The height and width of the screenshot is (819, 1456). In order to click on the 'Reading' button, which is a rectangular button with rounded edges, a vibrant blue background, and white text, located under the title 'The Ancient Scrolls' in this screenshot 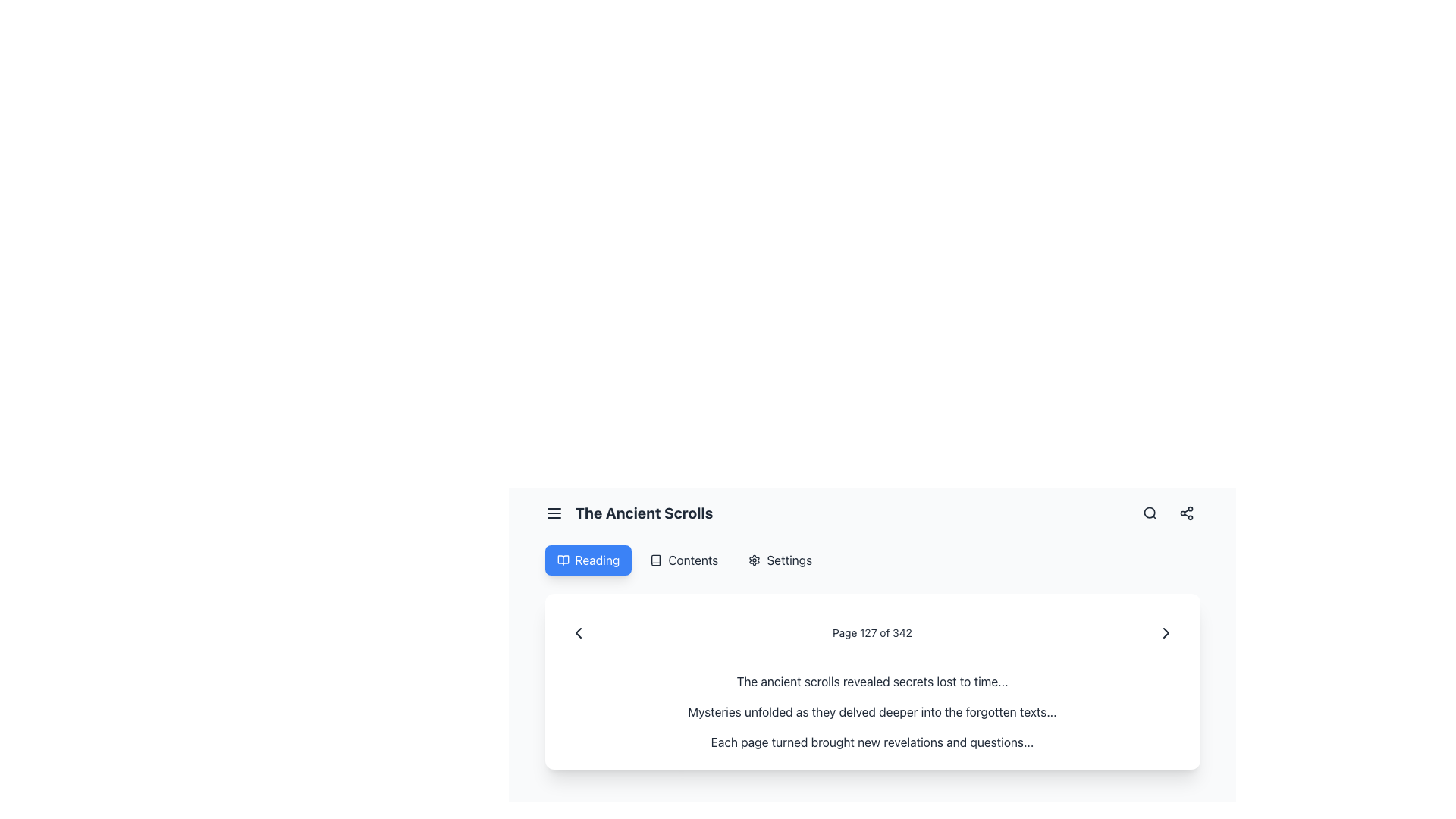, I will do `click(587, 560)`.